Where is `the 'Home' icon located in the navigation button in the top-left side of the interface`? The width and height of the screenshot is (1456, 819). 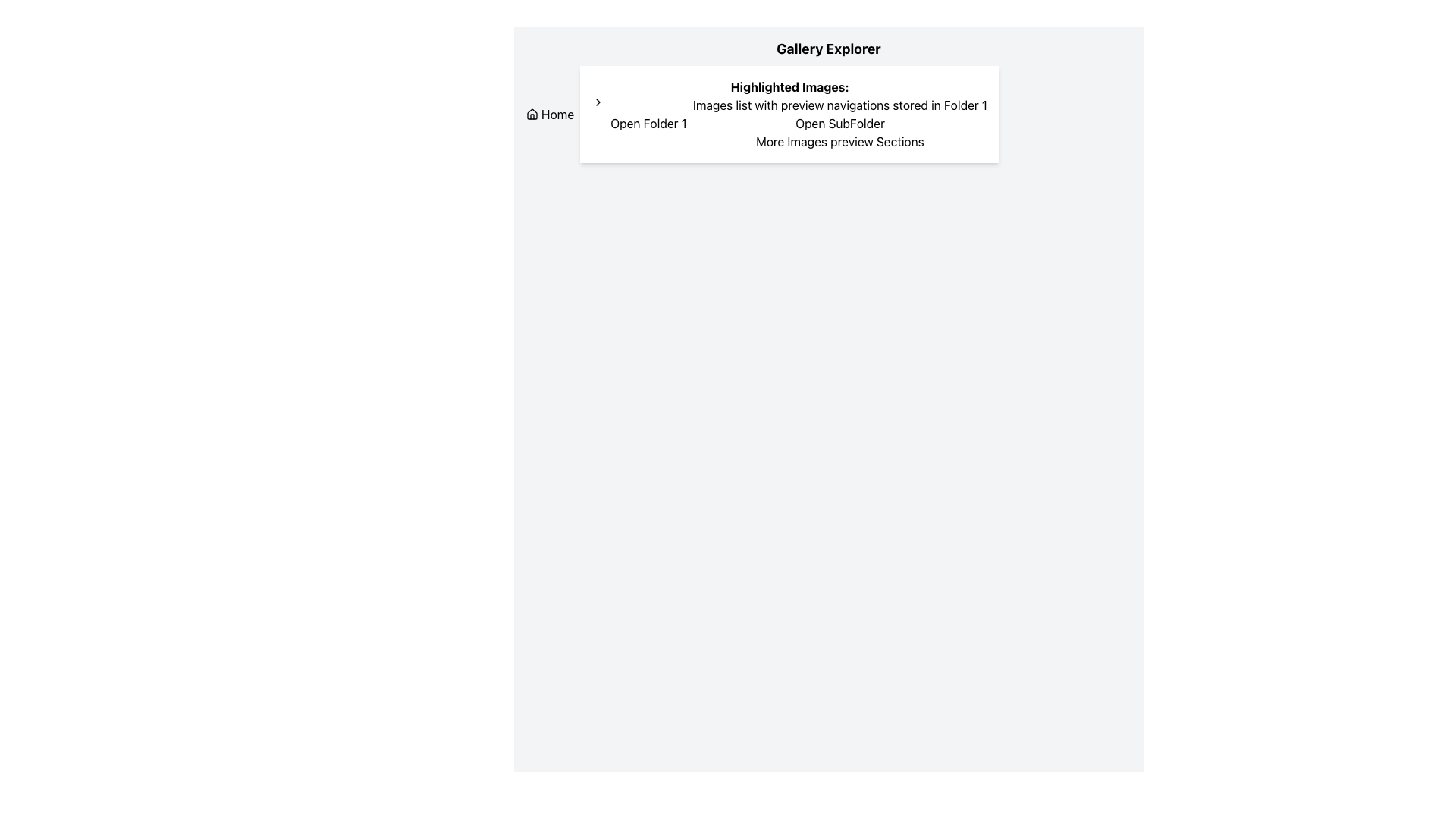 the 'Home' icon located in the navigation button in the top-left side of the interface is located at coordinates (532, 113).